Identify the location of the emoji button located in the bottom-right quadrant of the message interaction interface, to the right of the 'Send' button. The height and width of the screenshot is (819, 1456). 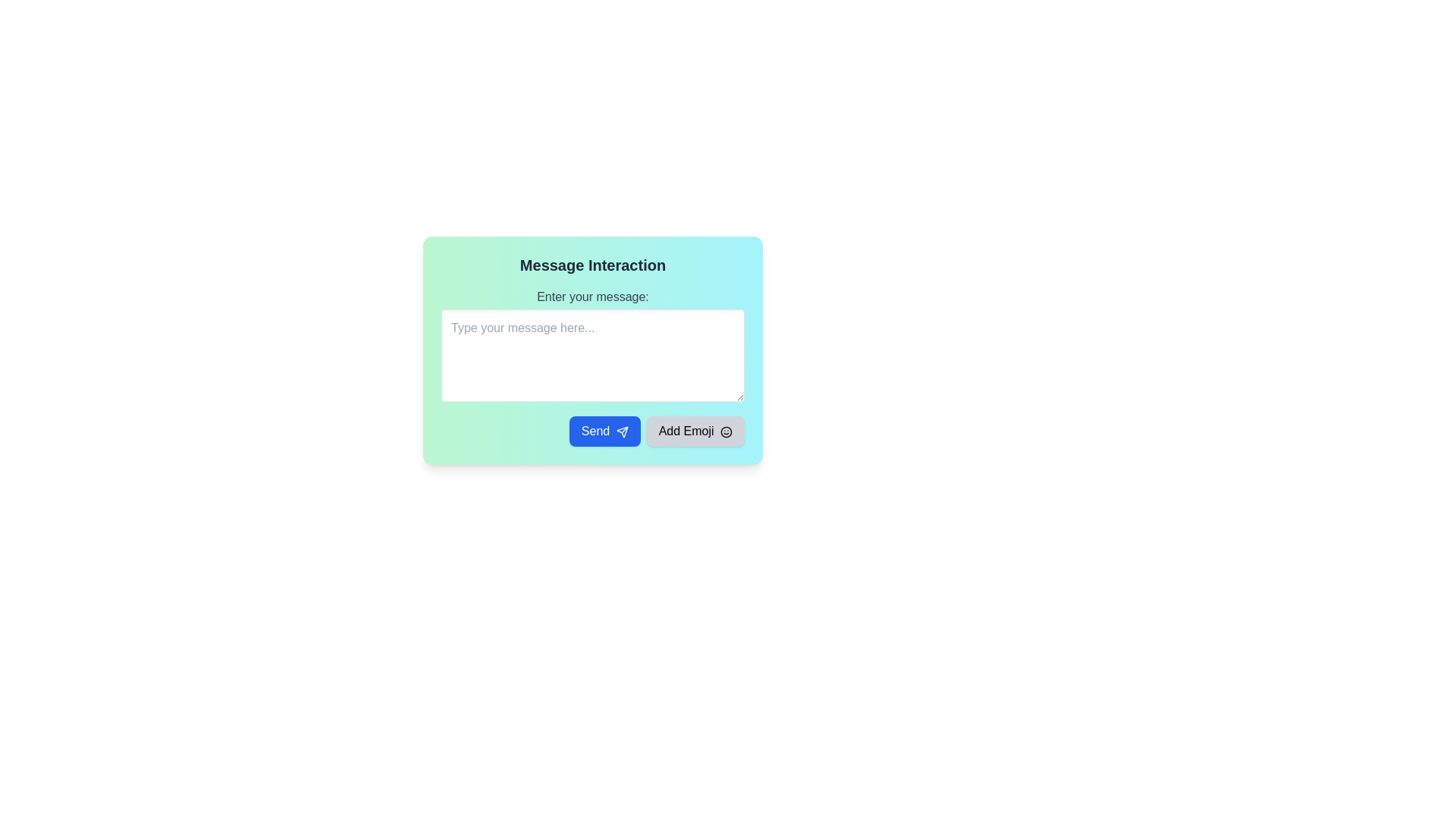
(695, 431).